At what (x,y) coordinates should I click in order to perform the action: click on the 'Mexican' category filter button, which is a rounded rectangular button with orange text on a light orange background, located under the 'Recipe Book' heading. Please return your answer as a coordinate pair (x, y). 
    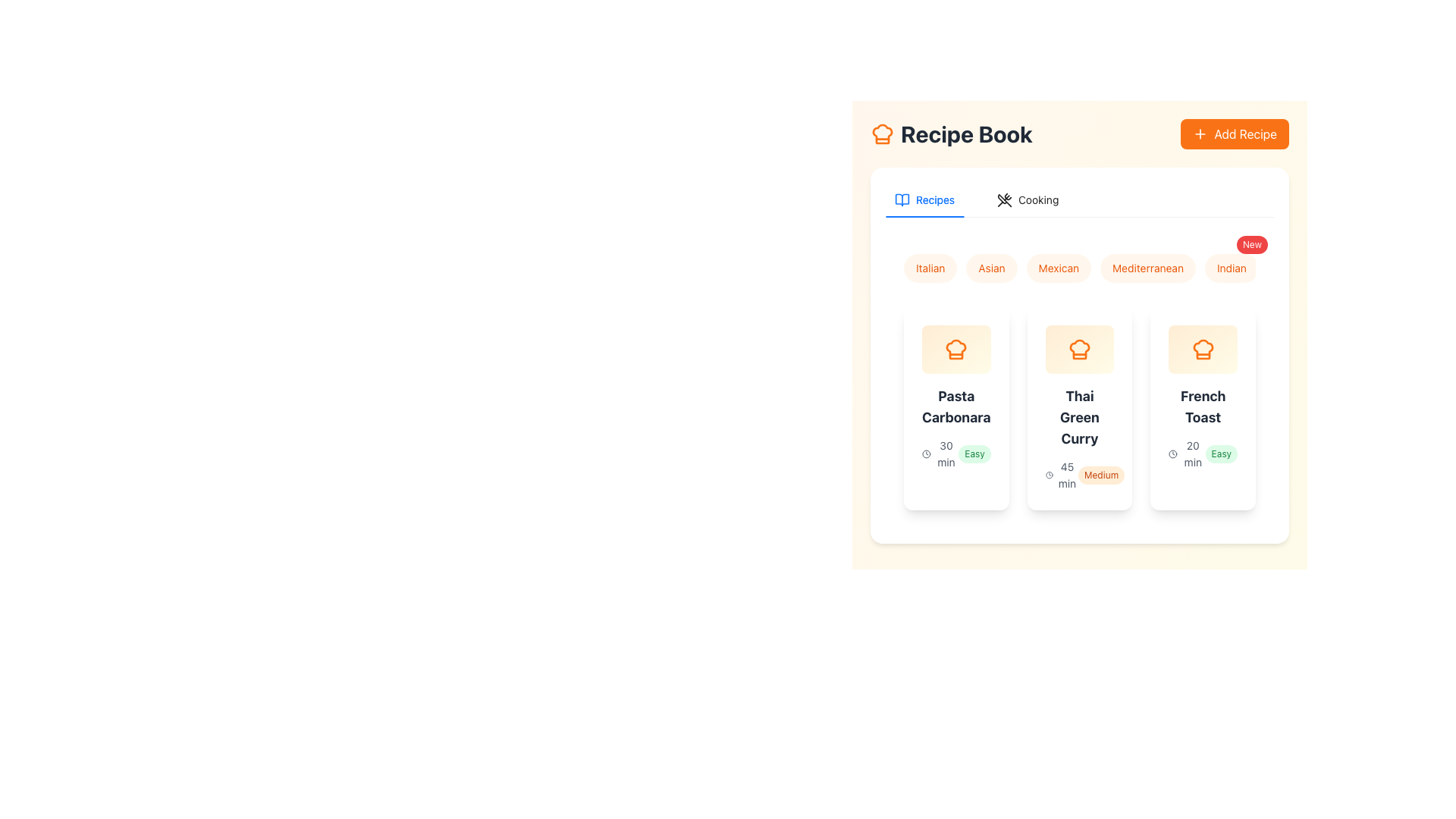
    Looking at the image, I should click on (1058, 268).